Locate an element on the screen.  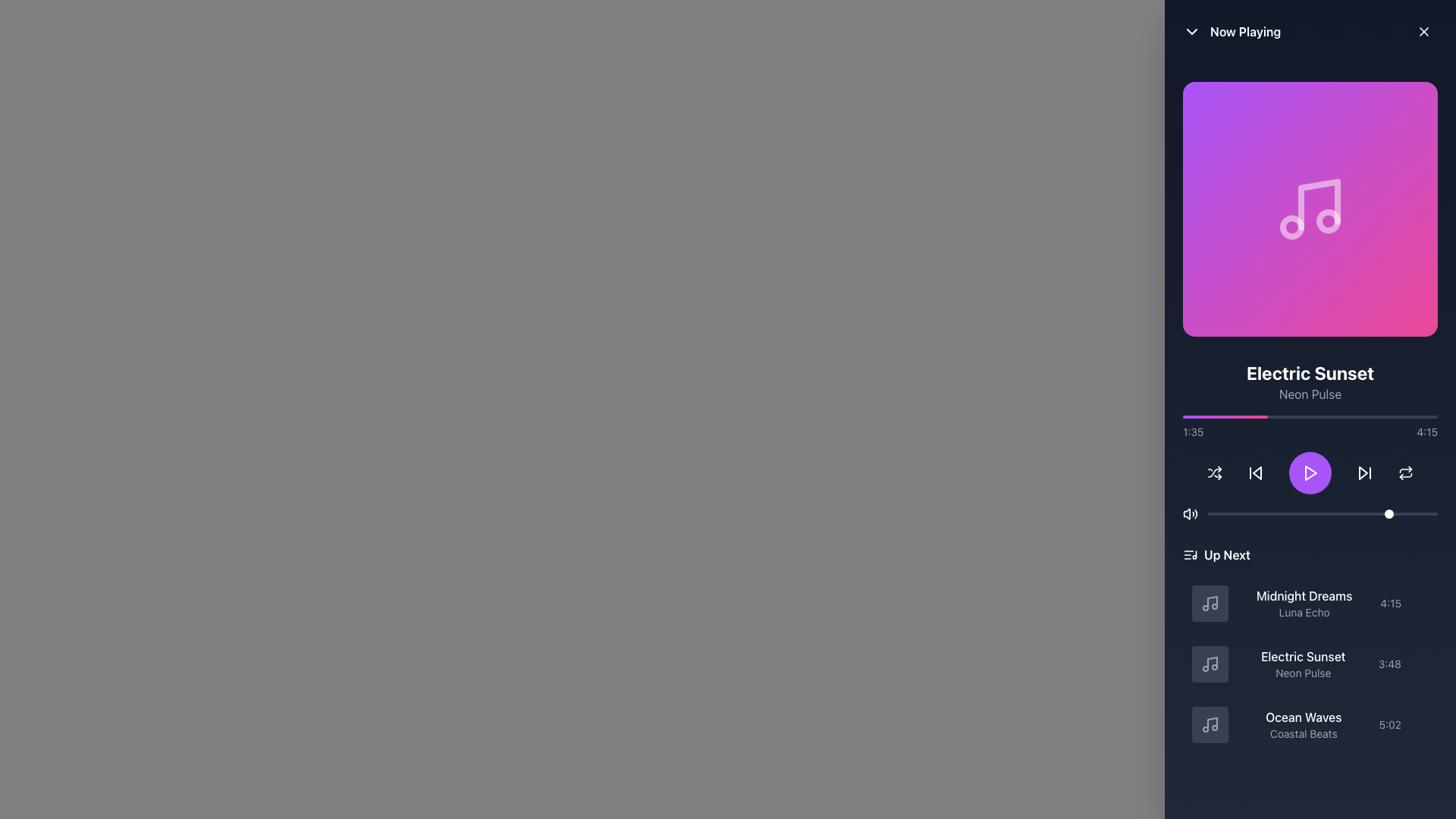
the 'Up Next' icon, which is located at the leftmost side of the section, directly above the music tracks queued for playback is located at coordinates (1189, 555).